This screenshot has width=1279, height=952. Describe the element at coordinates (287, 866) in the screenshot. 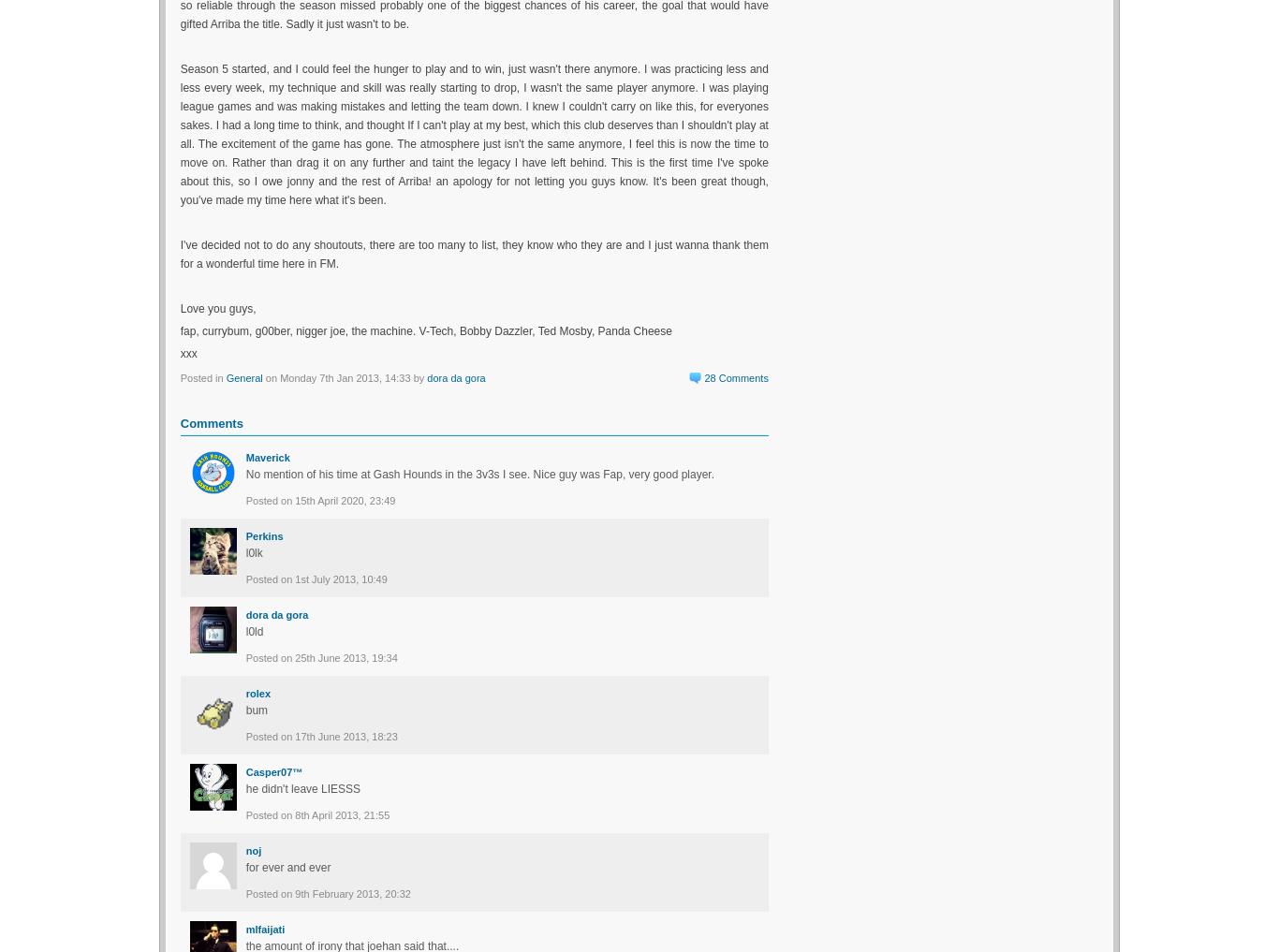

I see `'for ever and ever'` at that location.